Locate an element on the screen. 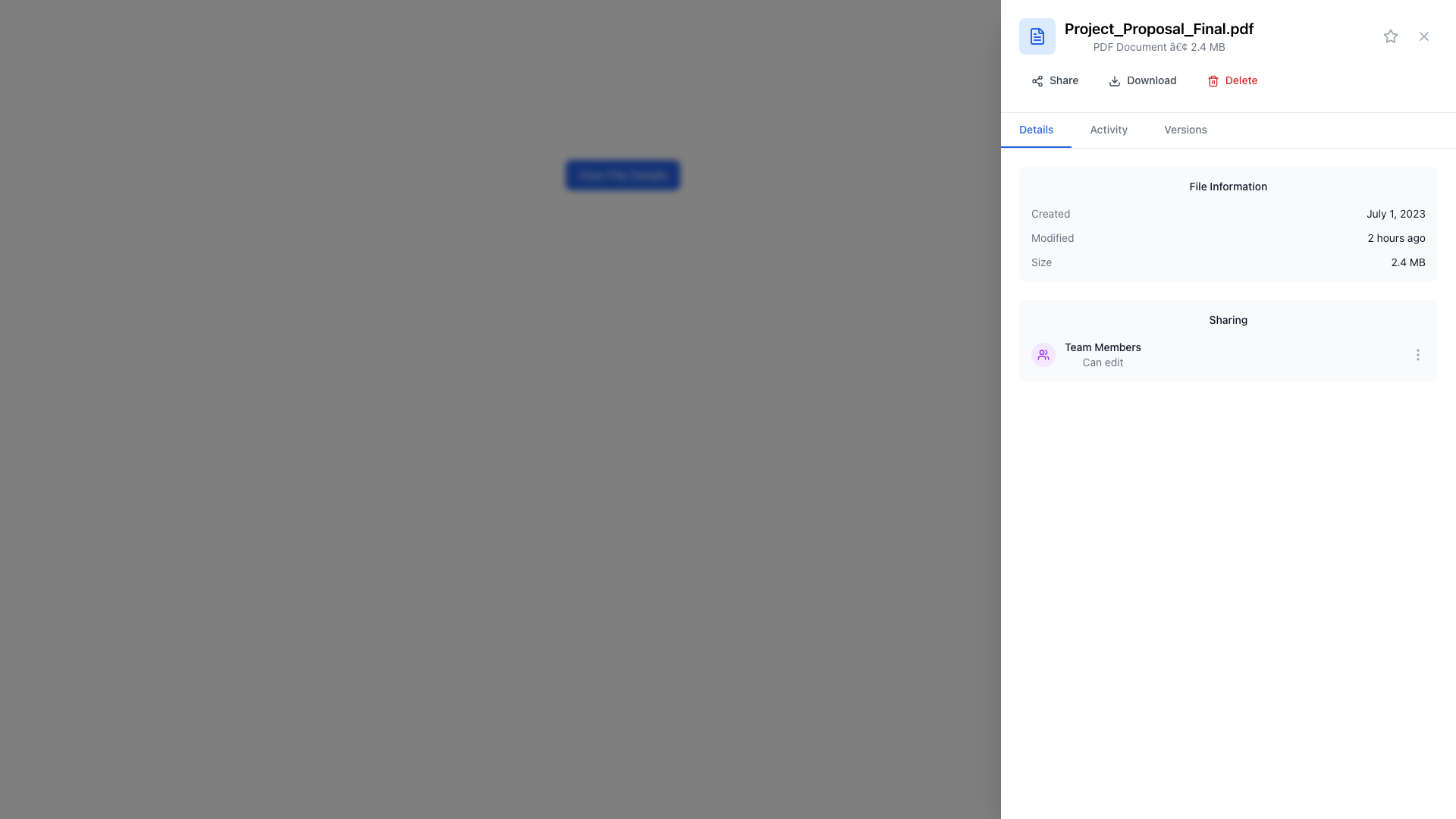 Image resolution: width=1456 pixels, height=819 pixels. the download icon, which is represented by an arrow pointing downward into a horizontal line, located in the top section of the file details panel, preceding the 'Download' text label is located at coordinates (1115, 81).